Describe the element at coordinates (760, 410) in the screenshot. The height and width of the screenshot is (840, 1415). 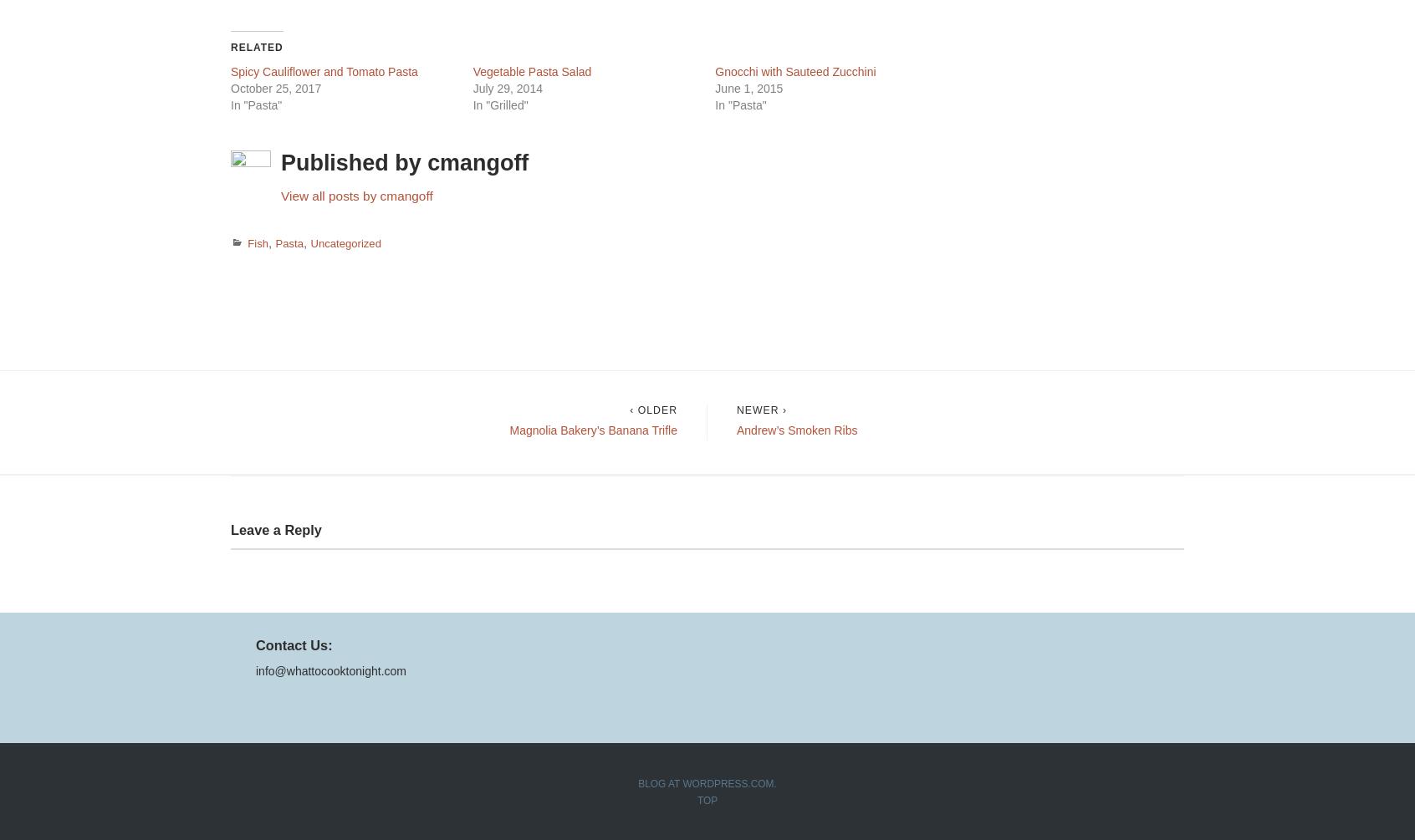
I see `'Newer ›'` at that location.